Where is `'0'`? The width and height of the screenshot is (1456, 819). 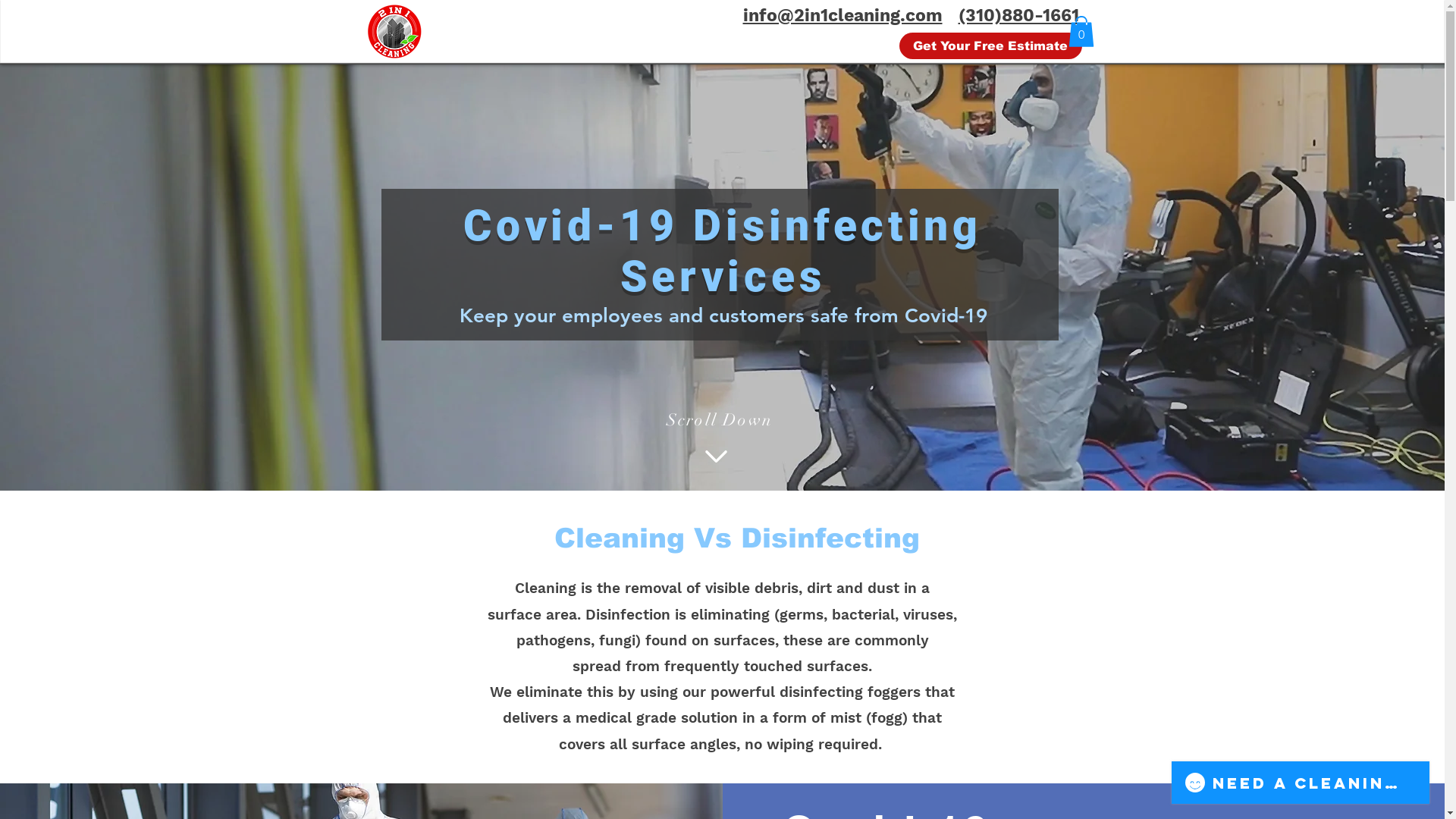 '0' is located at coordinates (1066, 31).